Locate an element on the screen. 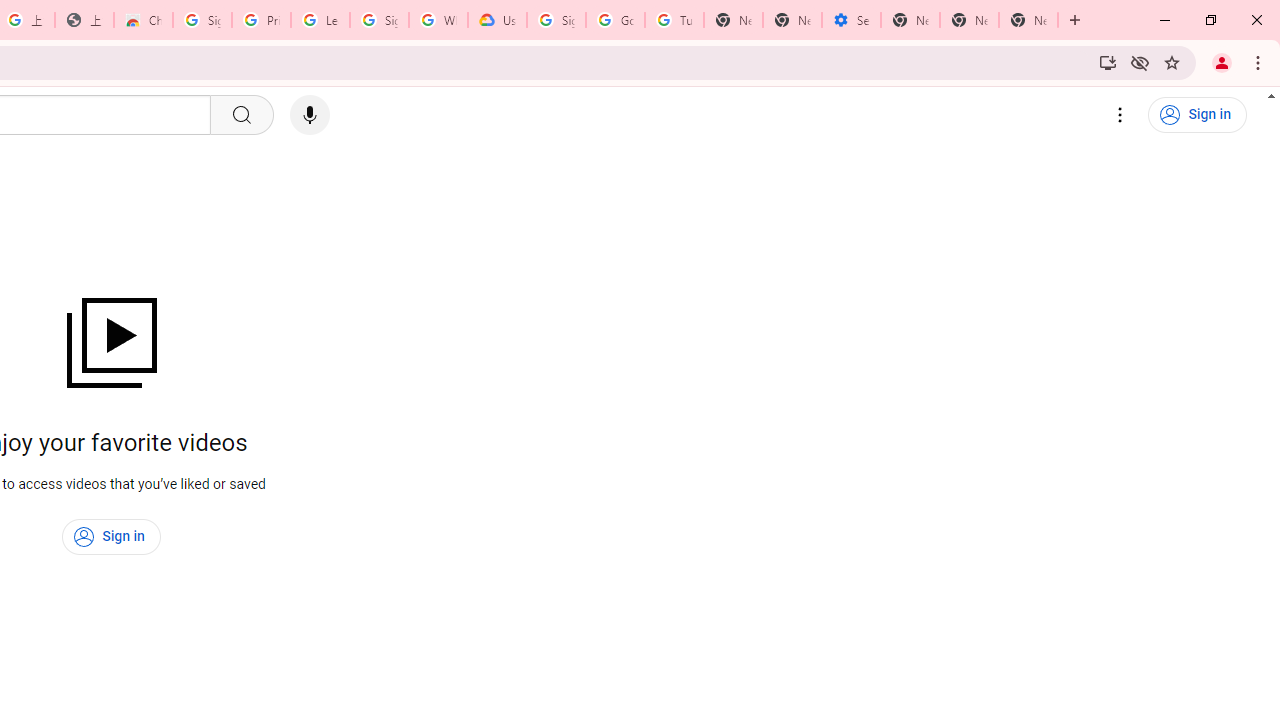 The height and width of the screenshot is (720, 1280). 'Settings - Addresses and more' is located at coordinates (851, 20).